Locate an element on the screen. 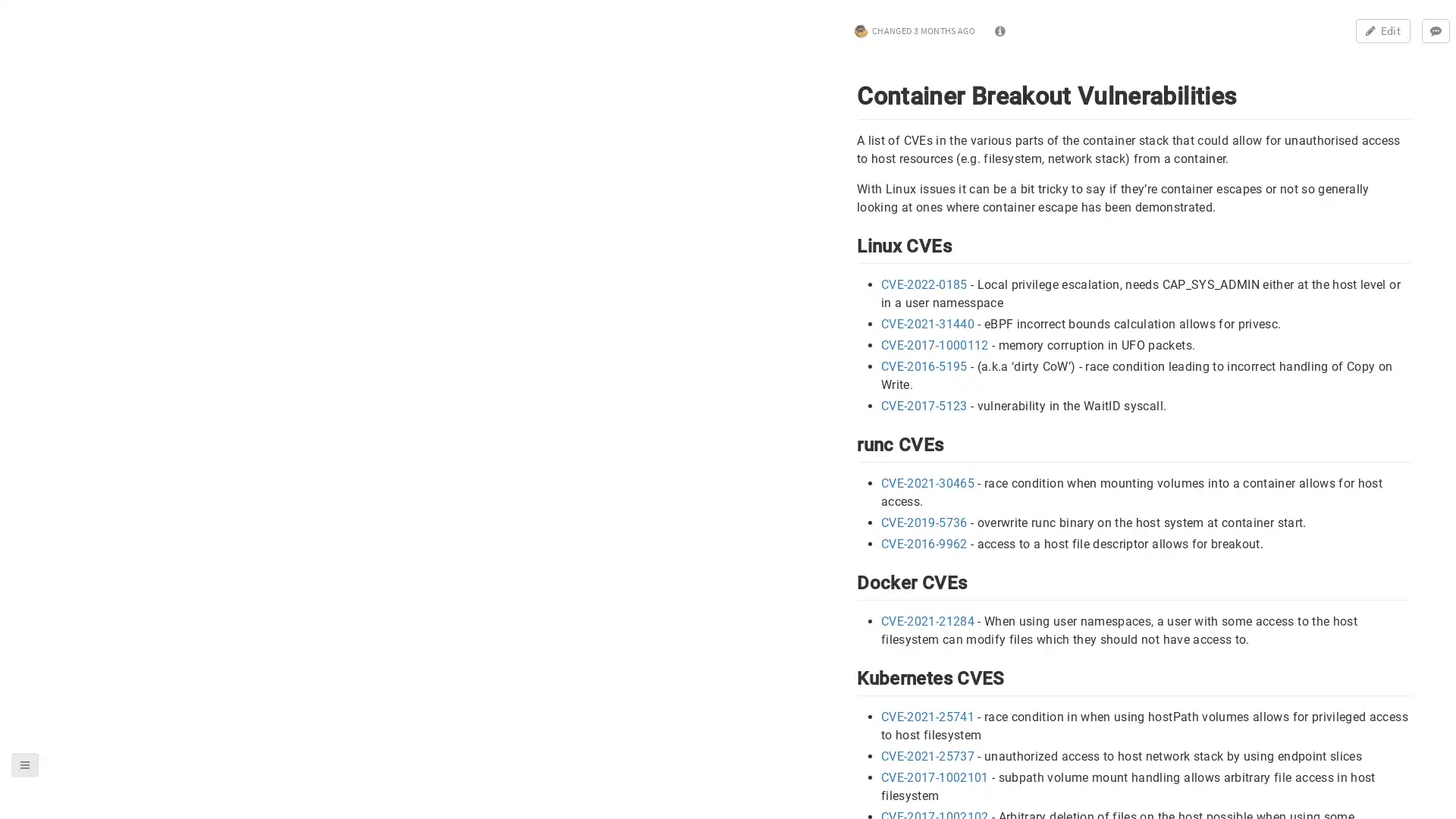  0 comments is located at coordinates (1059, 31).